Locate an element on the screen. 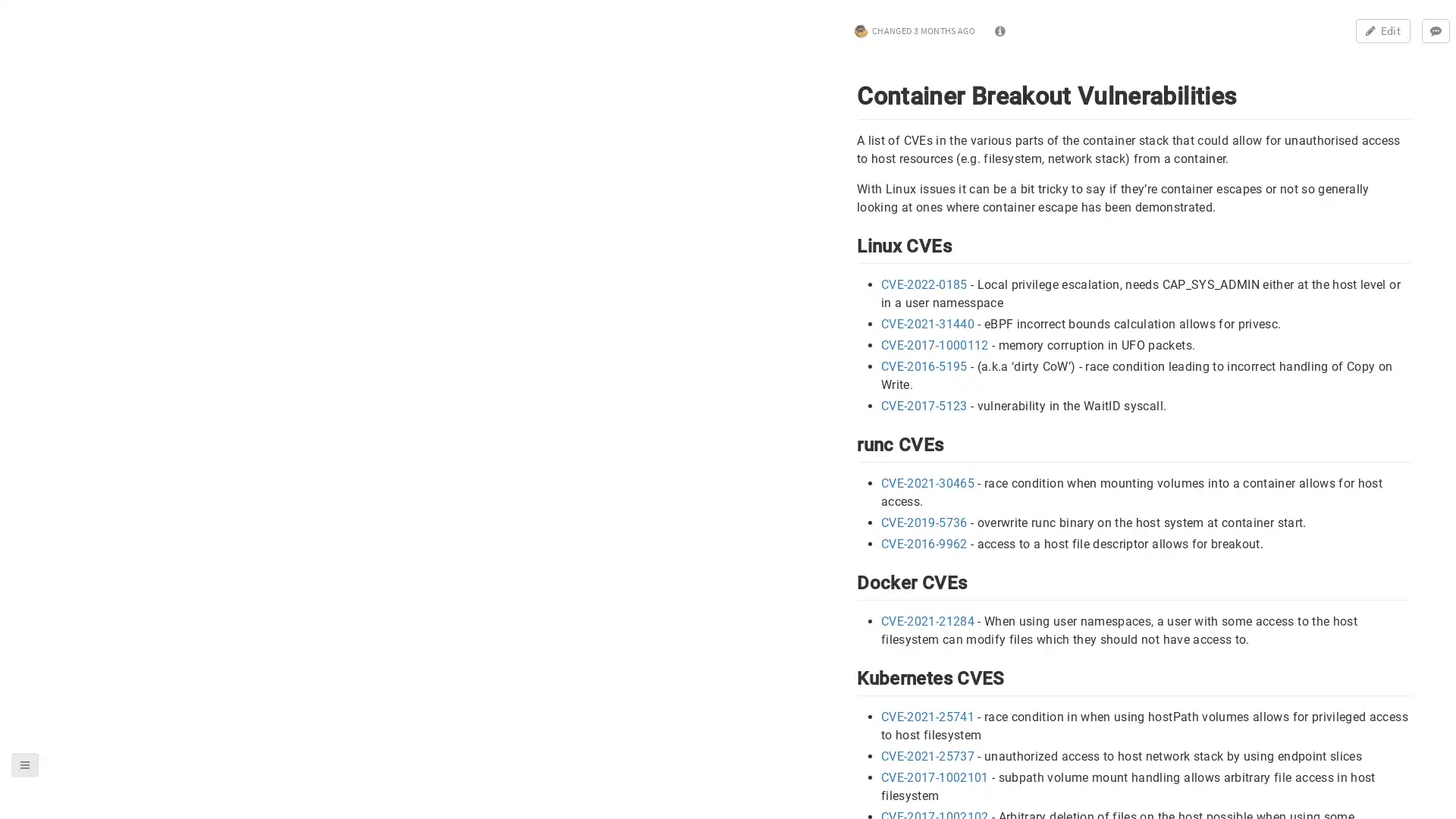  0 comments is located at coordinates (1059, 31).